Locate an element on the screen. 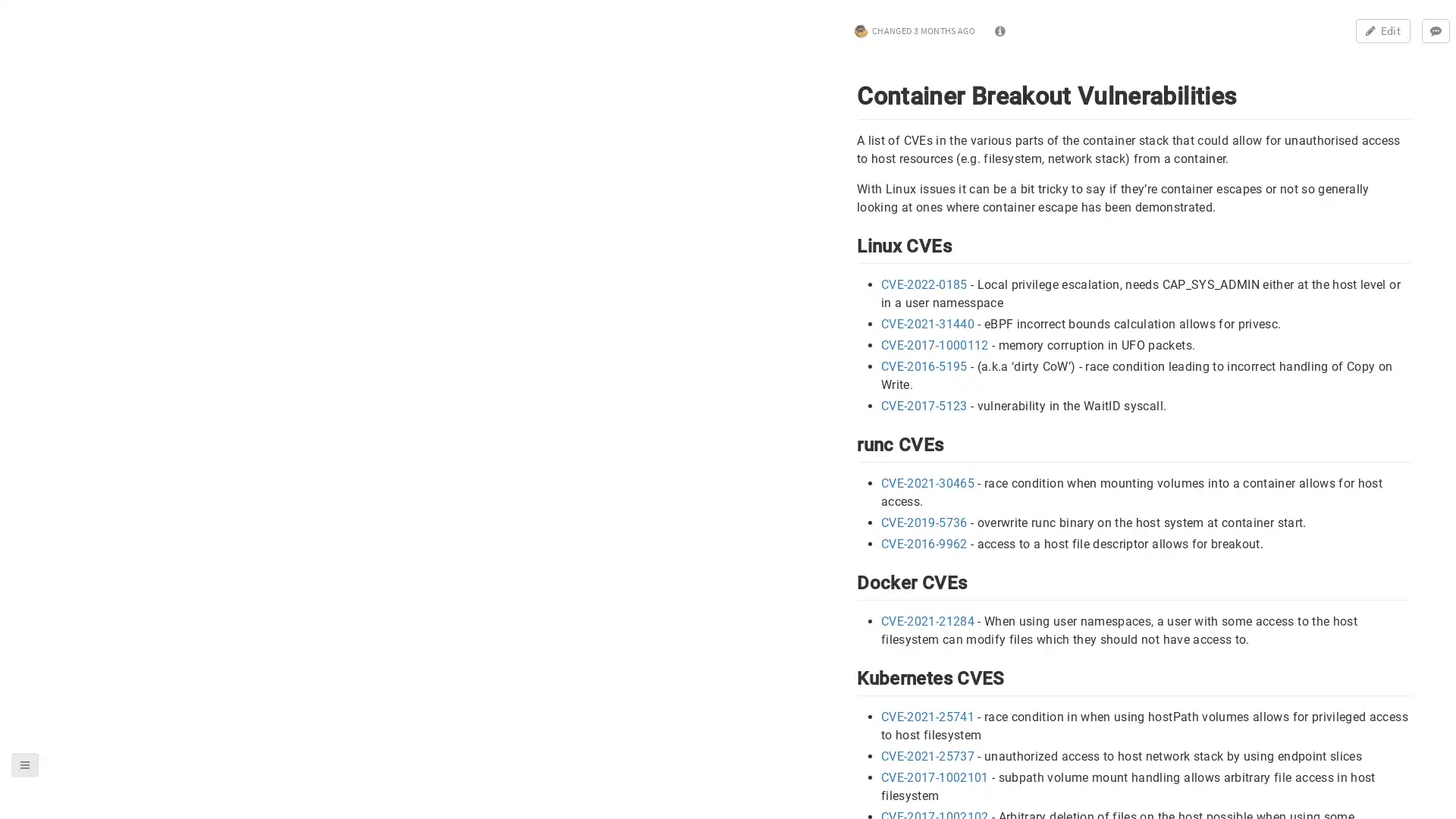  0 comments is located at coordinates (1059, 31).